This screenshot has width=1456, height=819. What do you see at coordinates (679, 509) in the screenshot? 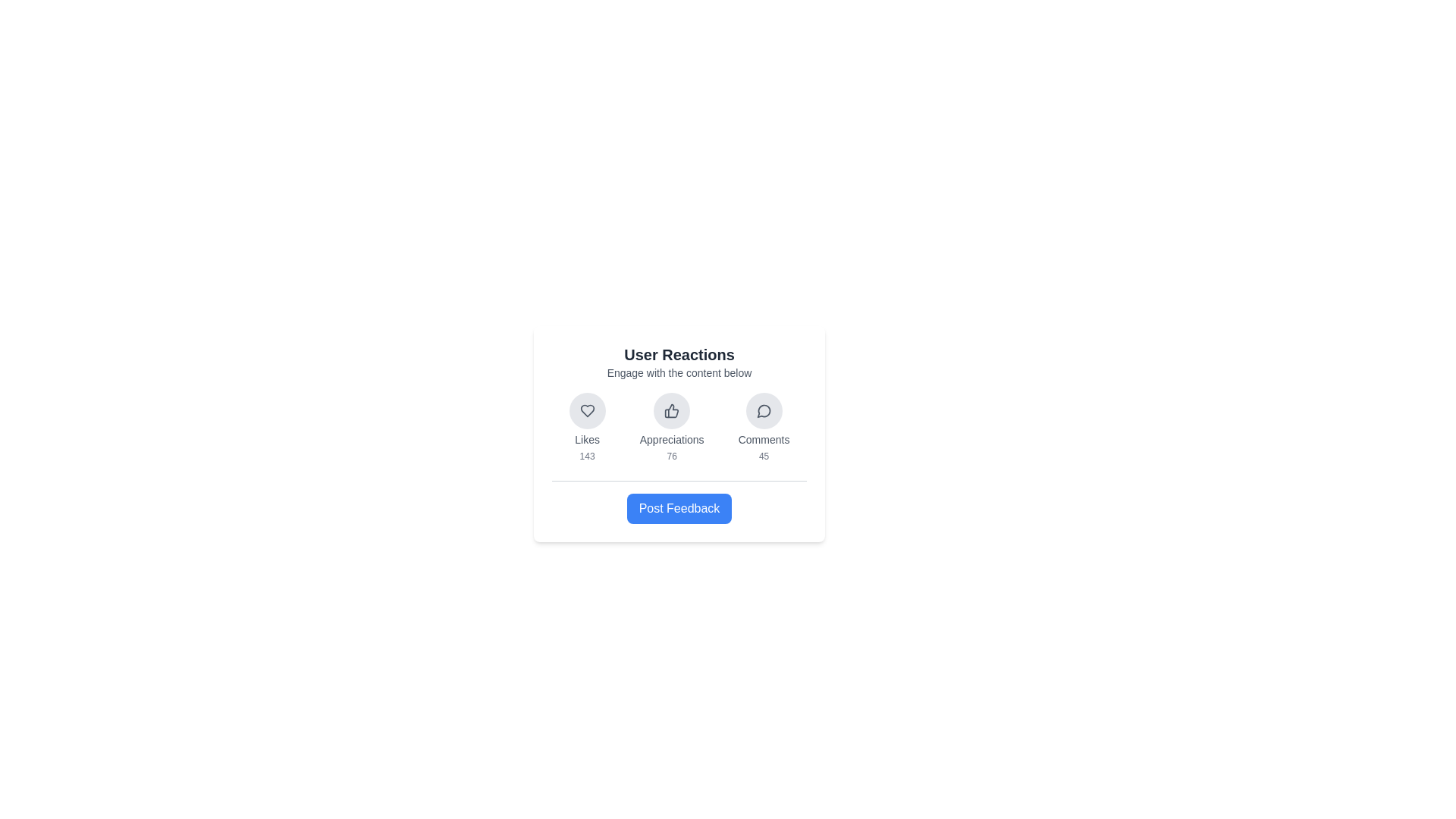
I see `the feedback submission button located at the bottom of the 'User Reactions' card to observe the hover effects` at bounding box center [679, 509].